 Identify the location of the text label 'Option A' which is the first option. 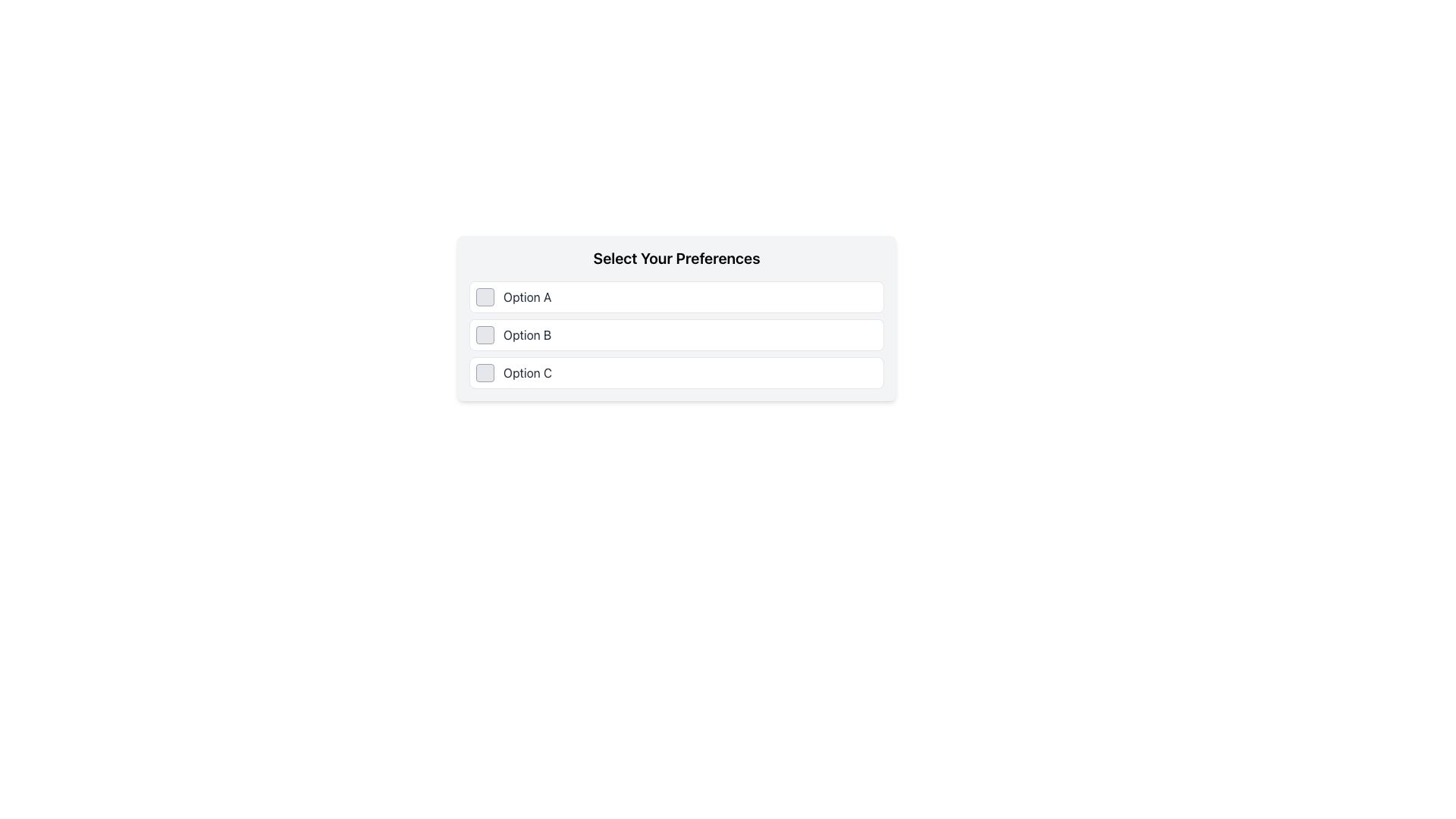
(527, 297).